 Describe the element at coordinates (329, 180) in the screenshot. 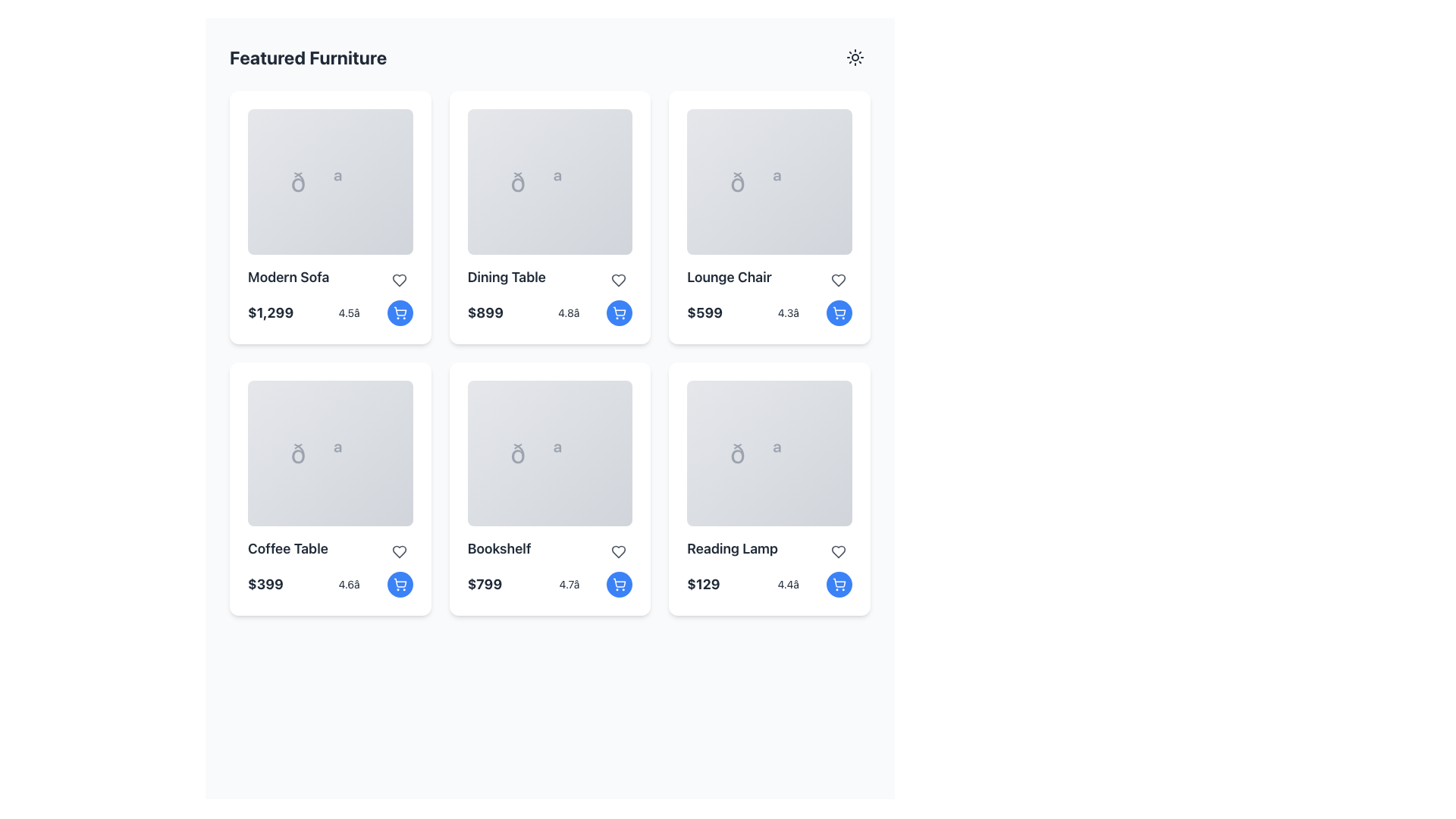

I see `the gray icon labeled with a large font inside the 'Modern Sofa' product card located in the top-left corner of the grid layout` at that location.